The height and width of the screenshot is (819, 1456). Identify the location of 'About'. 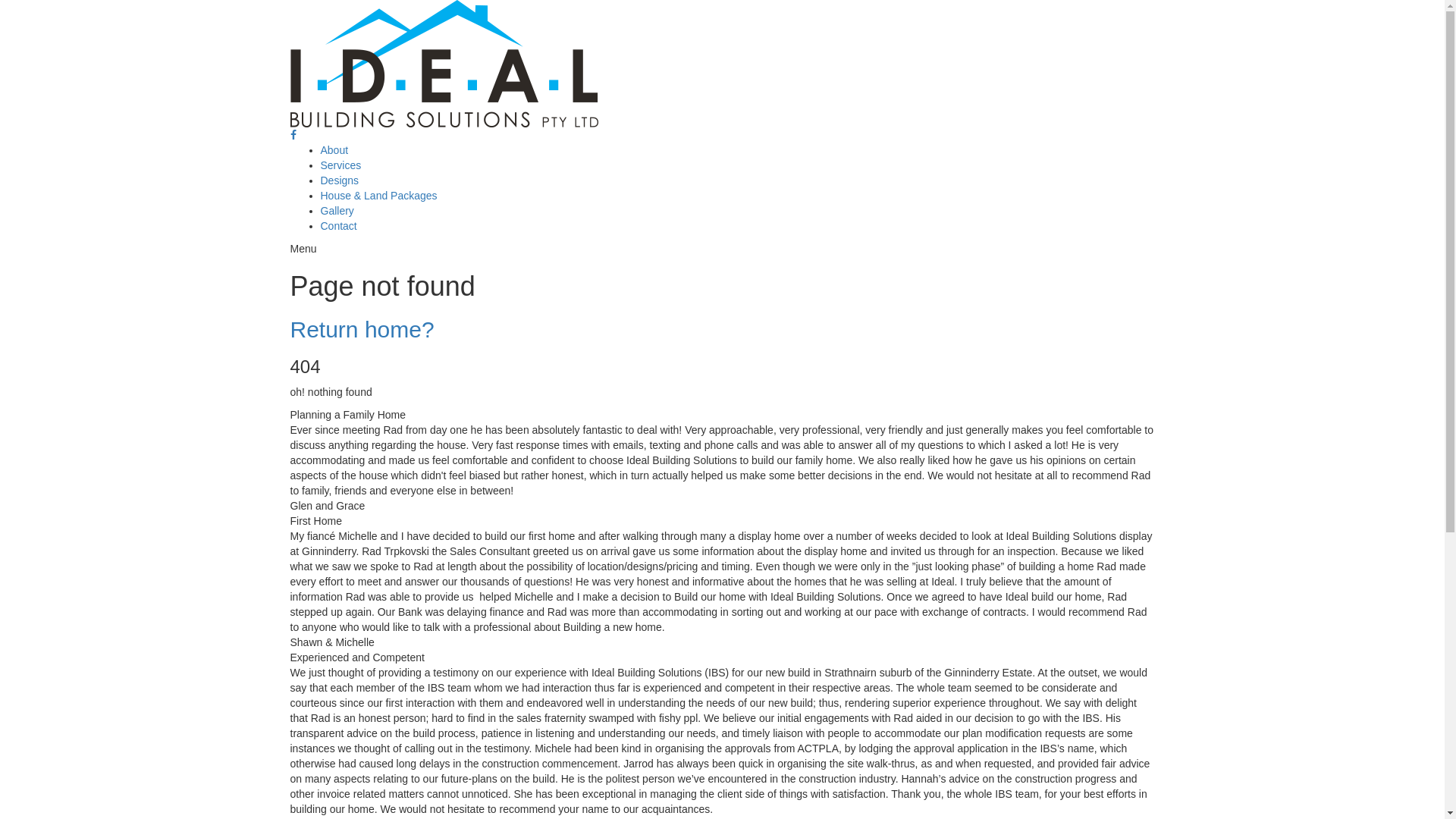
(333, 149).